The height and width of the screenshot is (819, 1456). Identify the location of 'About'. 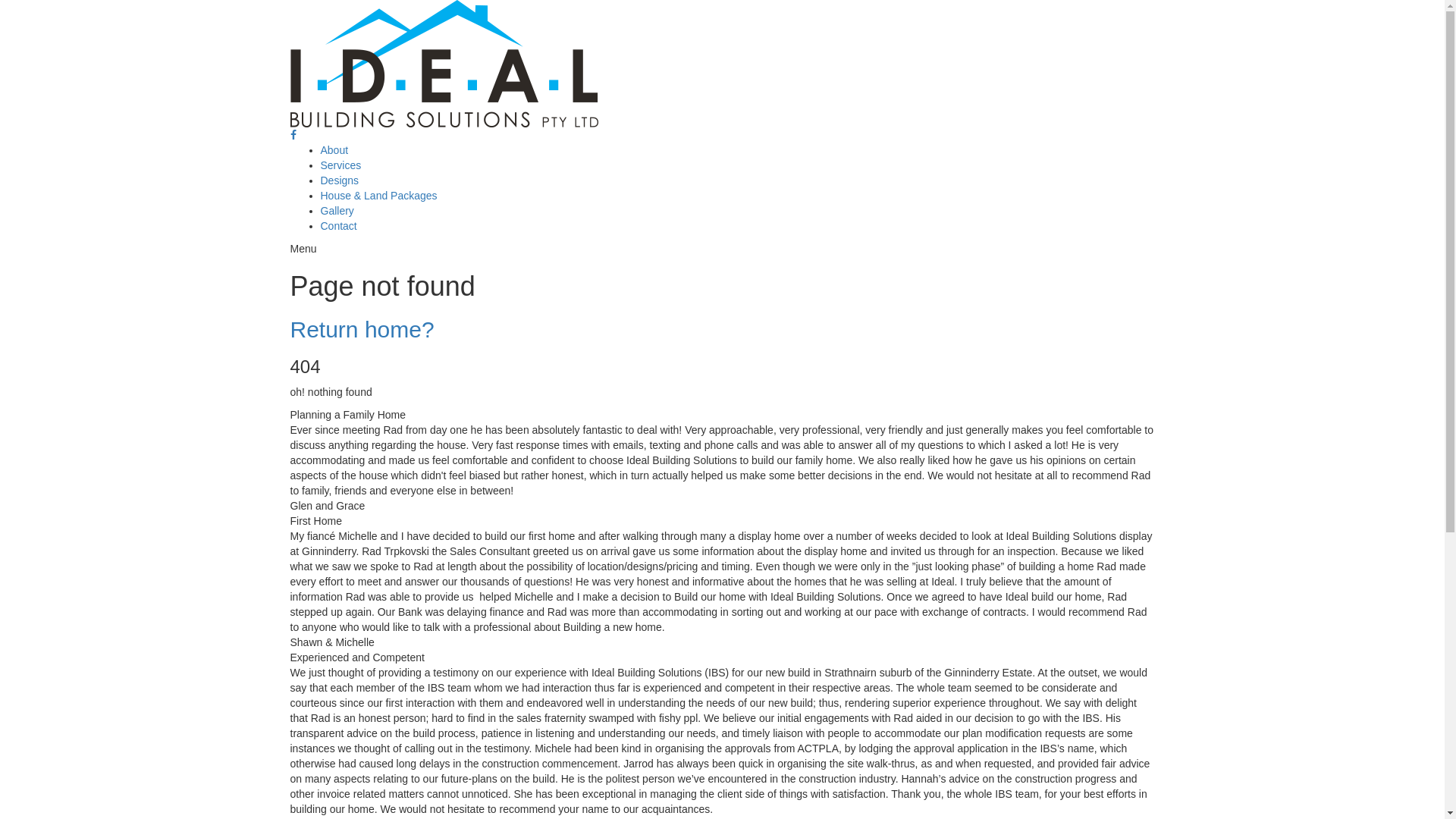
(333, 149).